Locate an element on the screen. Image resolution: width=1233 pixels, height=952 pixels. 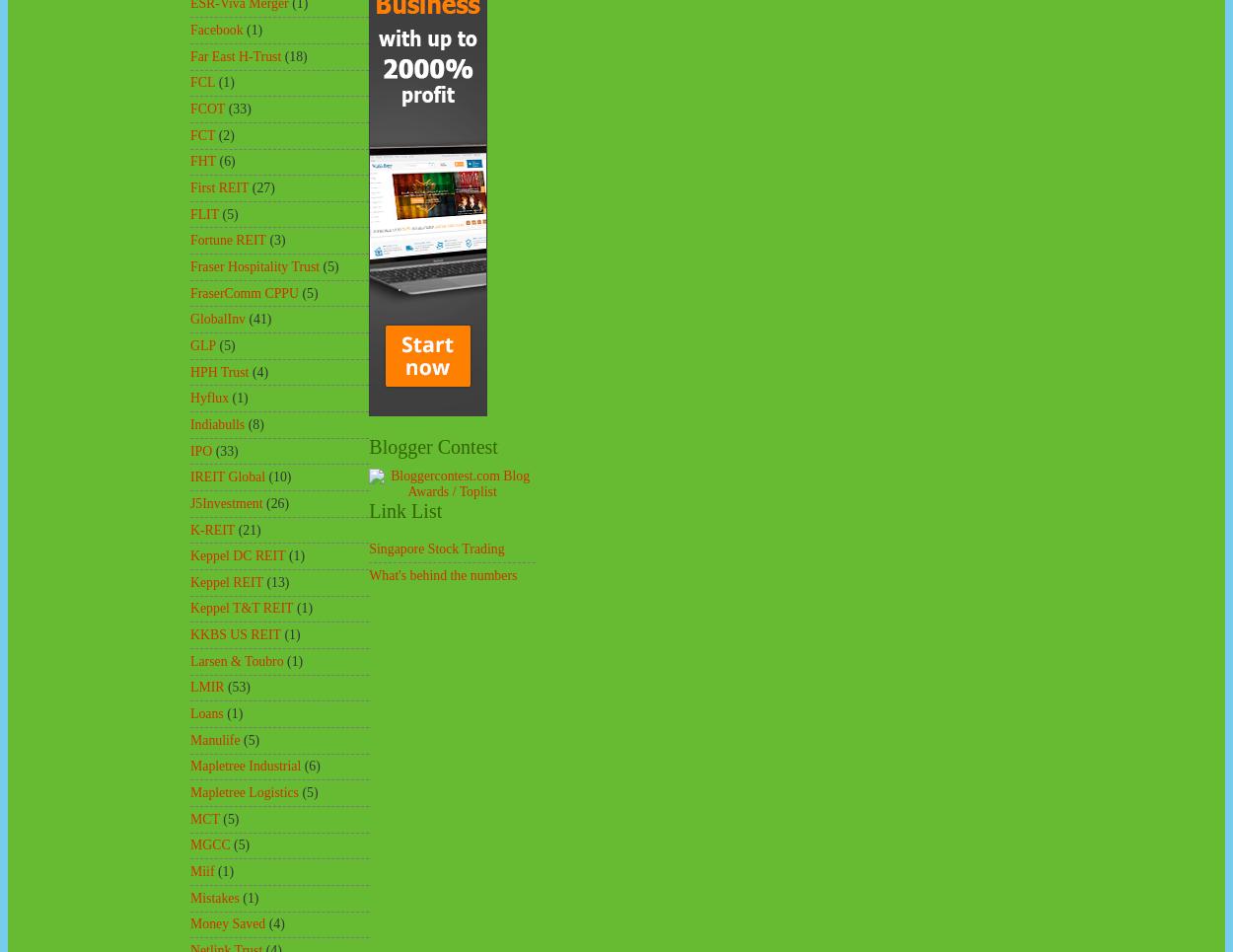
'First REIT' is located at coordinates (218, 186).